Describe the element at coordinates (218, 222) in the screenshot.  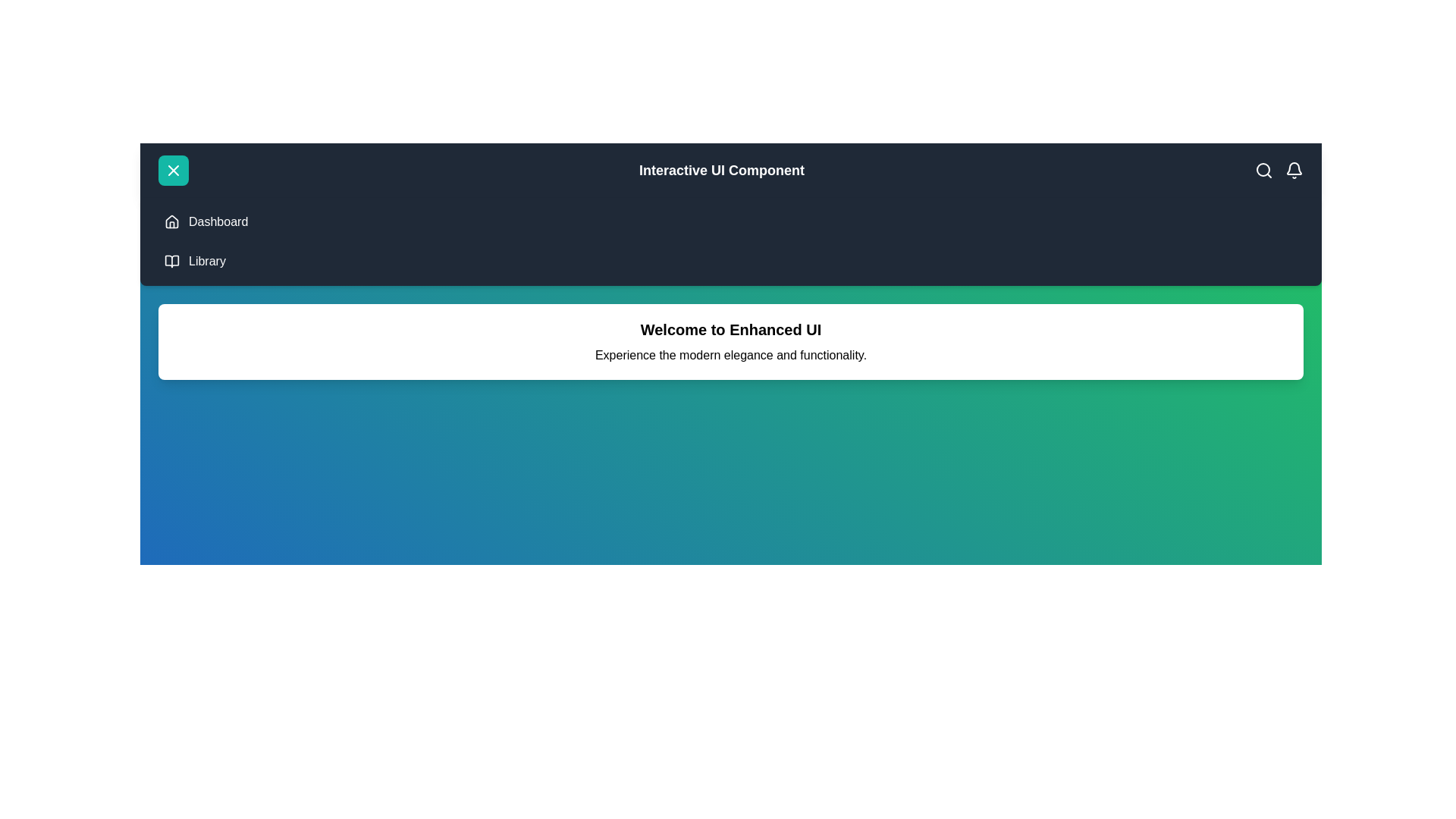
I see `the 'Dashboard' menu item to navigate to the Dashboard section` at that location.